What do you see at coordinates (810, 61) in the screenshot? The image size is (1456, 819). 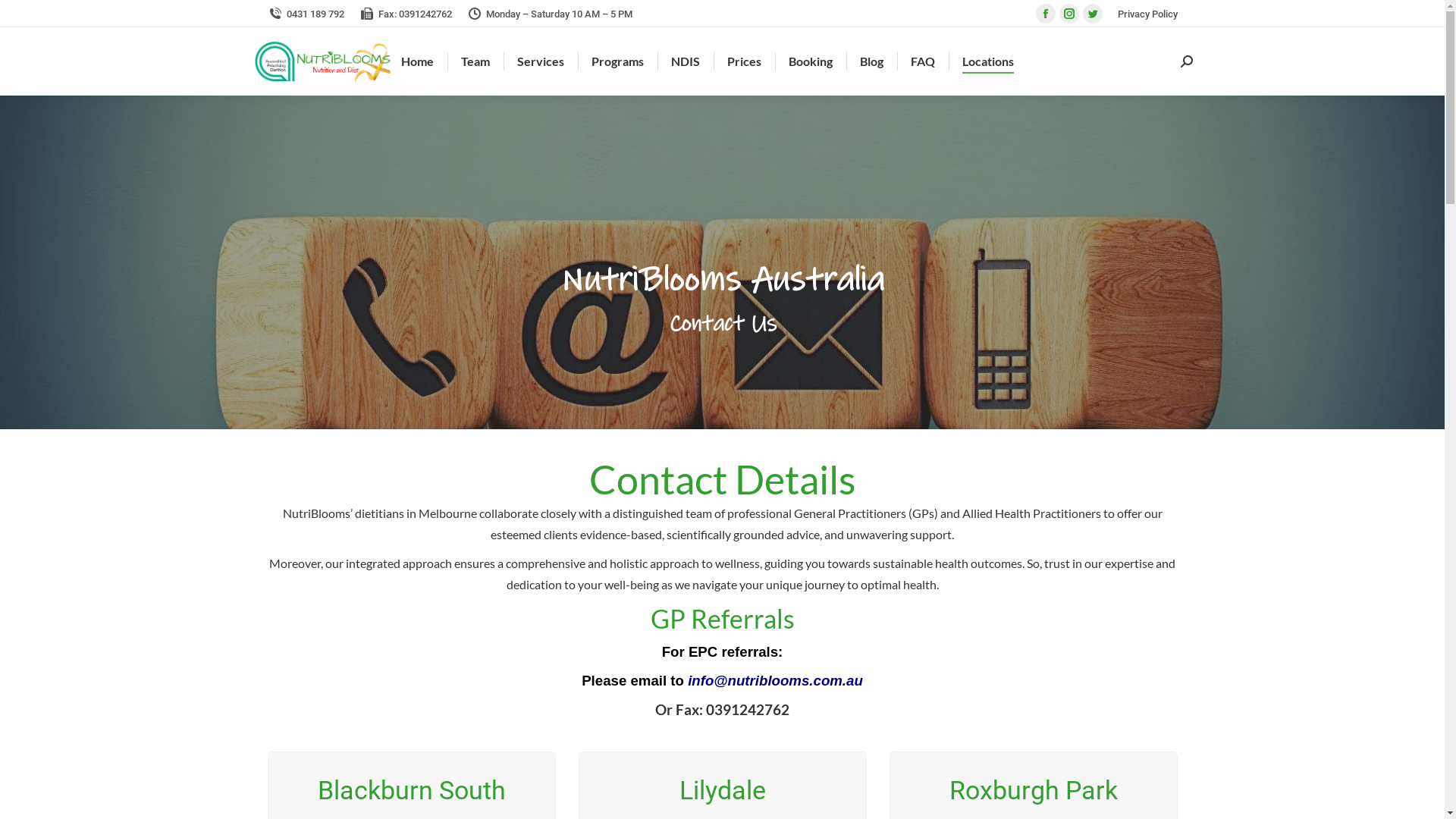 I see `'Booking'` at bounding box center [810, 61].